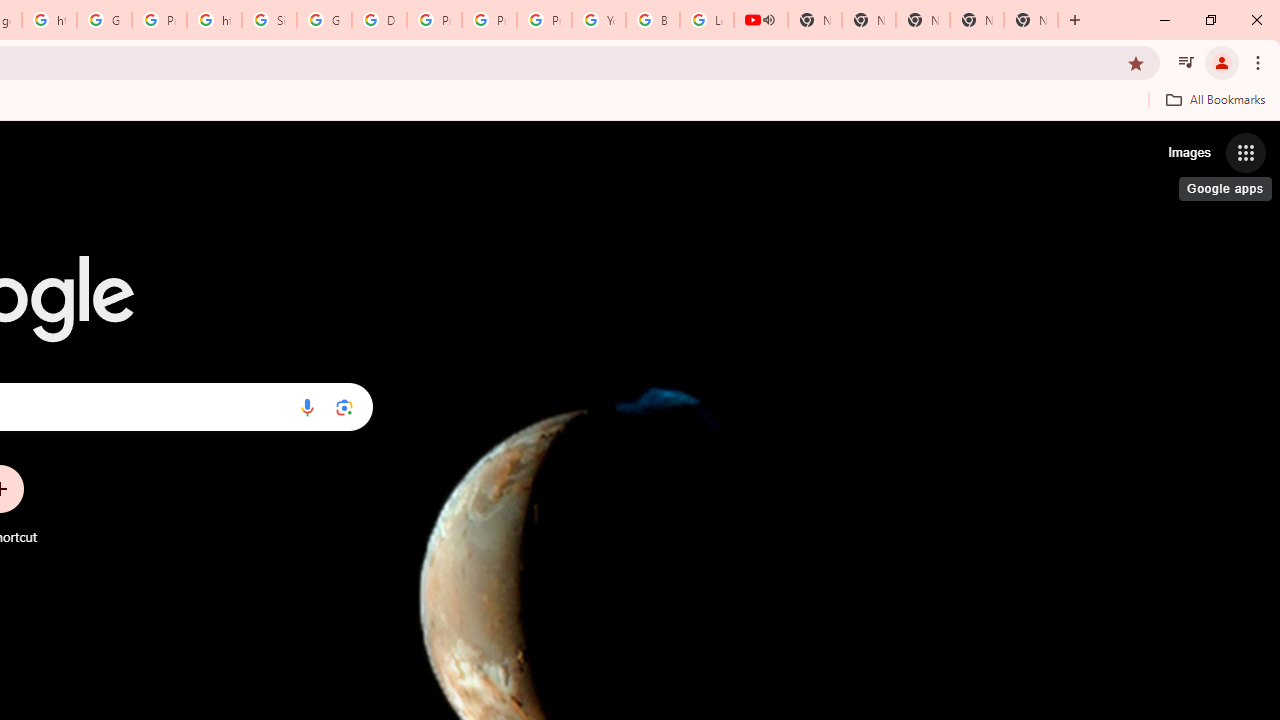 The height and width of the screenshot is (720, 1280). Describe the element at coordinates (489, 20) in the screenshot. I see `'Privacy Help Center - Policies Help'` at that location.